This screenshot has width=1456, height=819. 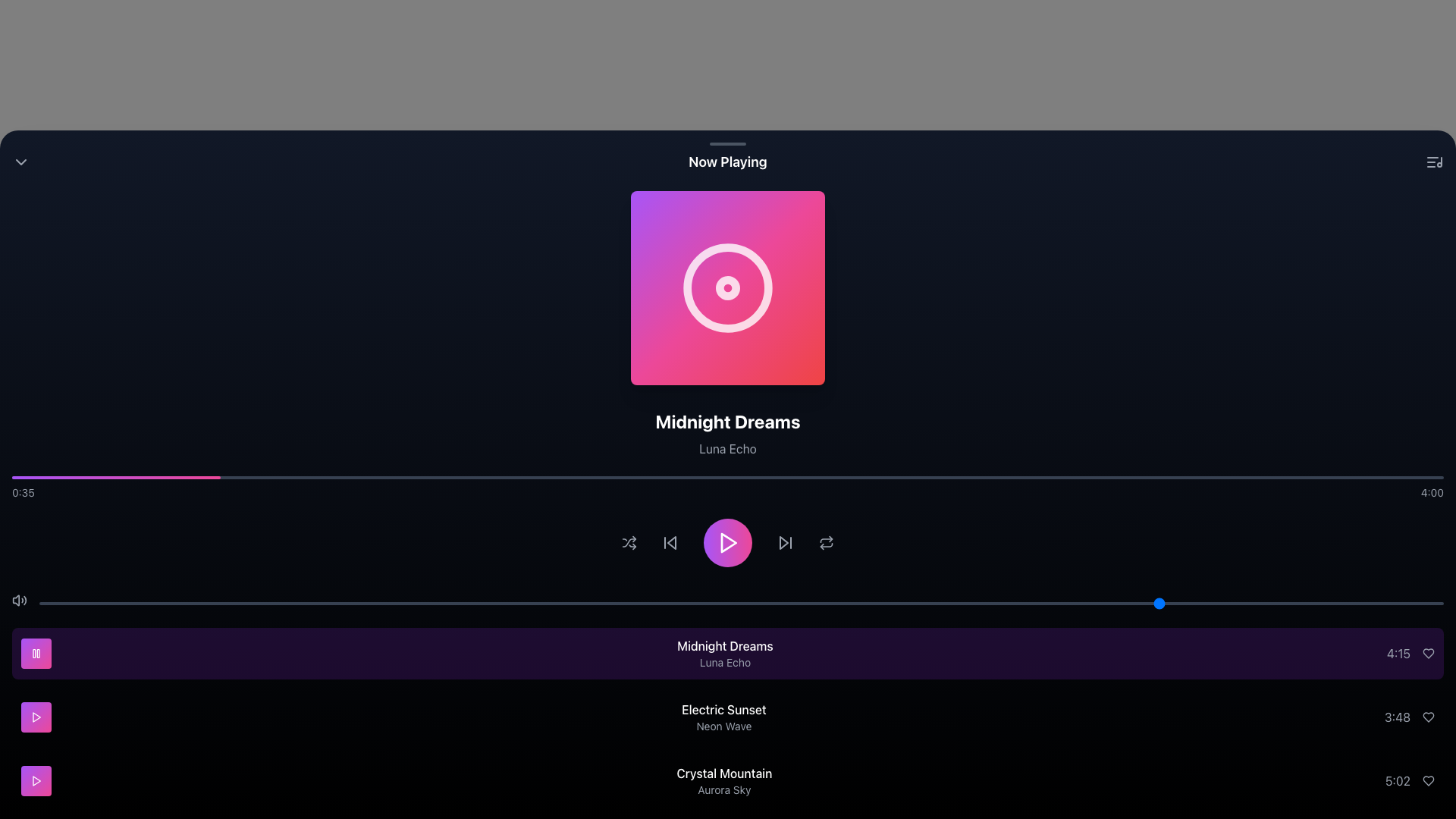 What do you see at coordinates (11, 476) in the screenshot?
I see `the progress of the media` at bounding box center [11, 476].